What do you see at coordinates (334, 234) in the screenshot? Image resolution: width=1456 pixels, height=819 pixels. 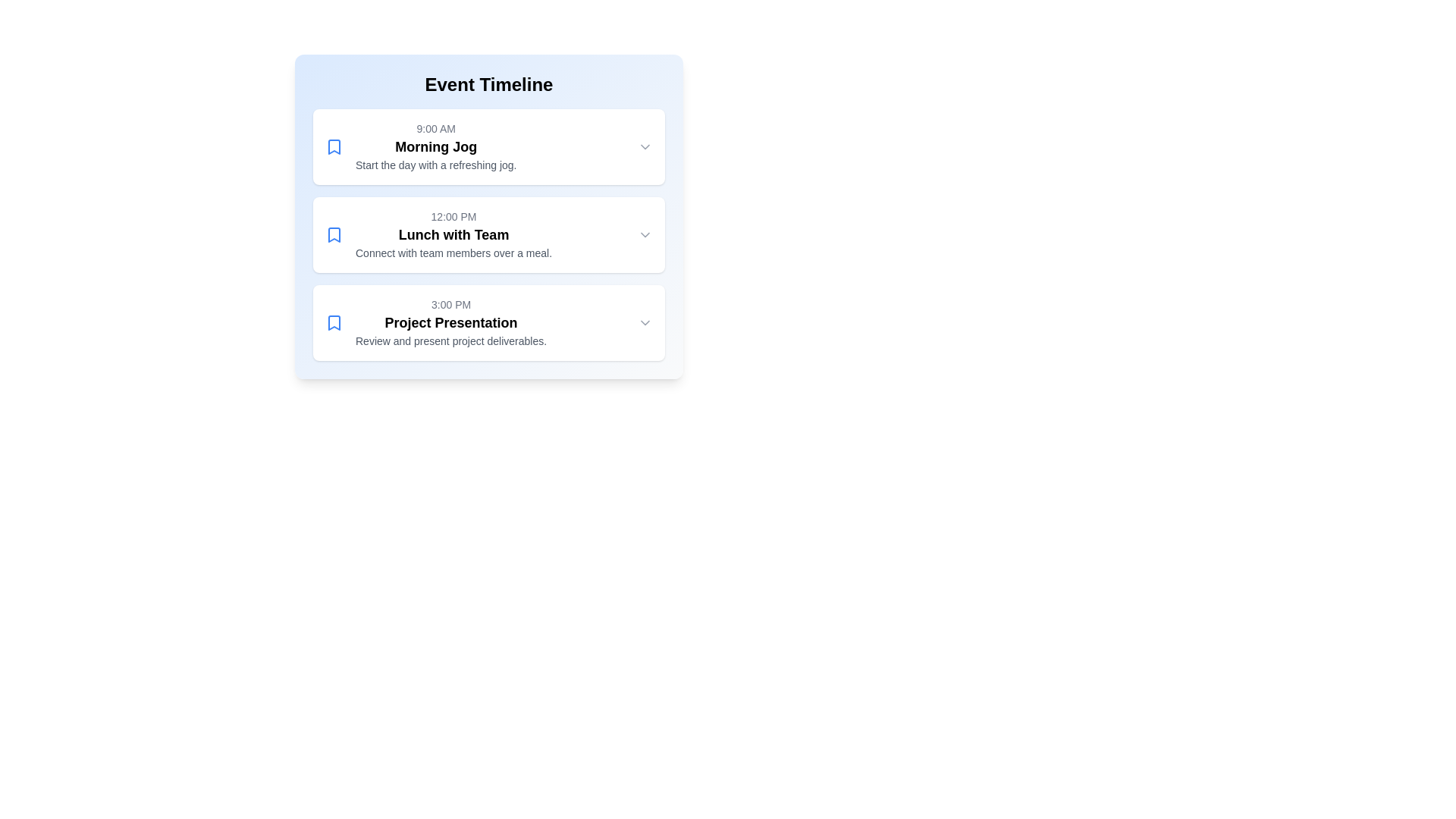 I see `the bookmark icon located to the left of the time and text description in the 'Lunch with Team' entry of the Event Timeline component` at bounding box center [334, 234].